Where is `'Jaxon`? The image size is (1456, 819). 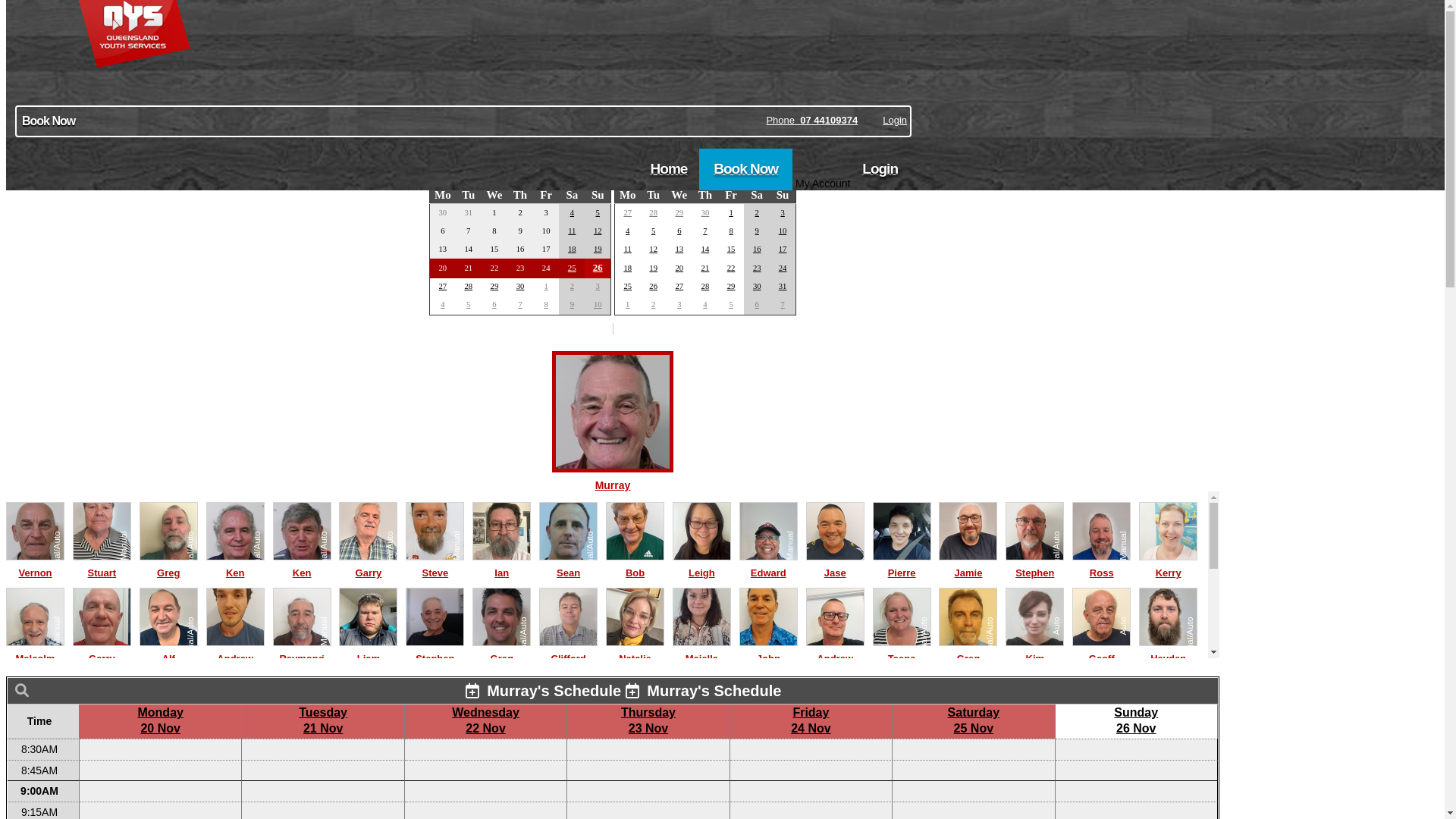
'Jaxon is located at coordinates (567, 736).